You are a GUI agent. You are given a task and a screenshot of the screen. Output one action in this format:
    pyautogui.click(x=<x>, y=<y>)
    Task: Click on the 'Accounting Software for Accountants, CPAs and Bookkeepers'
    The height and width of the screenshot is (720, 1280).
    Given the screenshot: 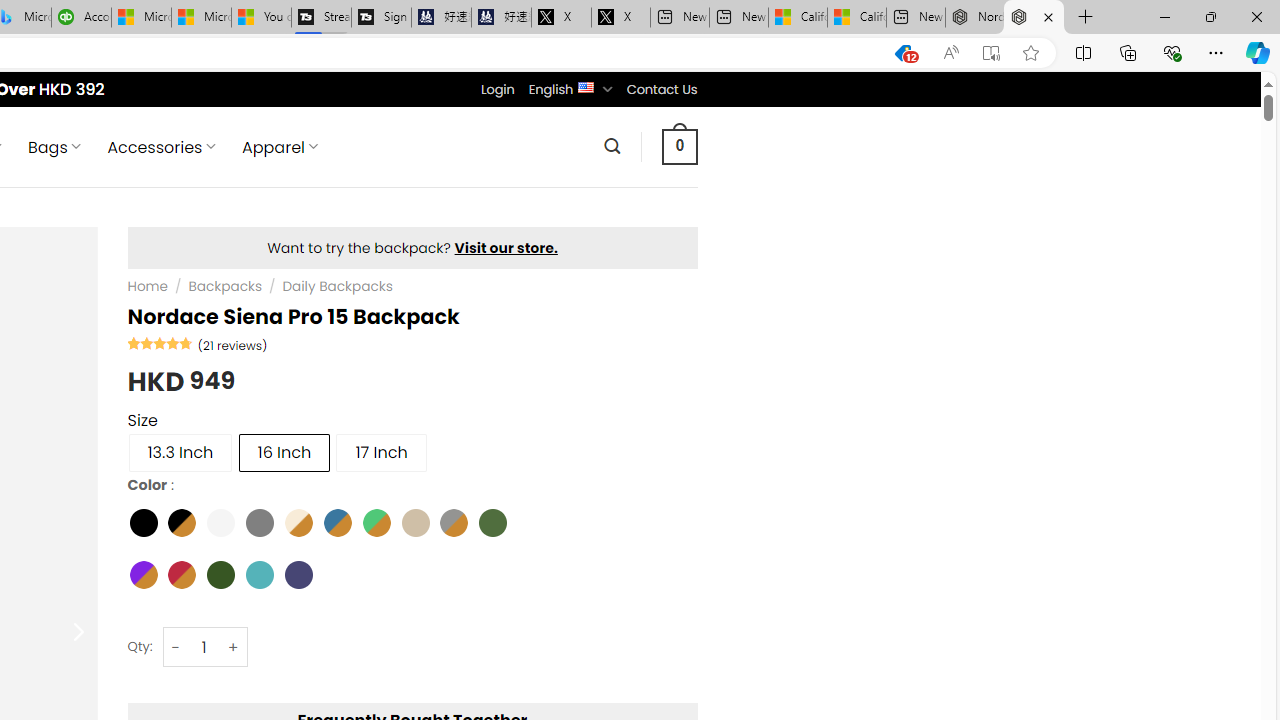 What is the action you would take?
    pyautogui.click(x=80, y=17)
    